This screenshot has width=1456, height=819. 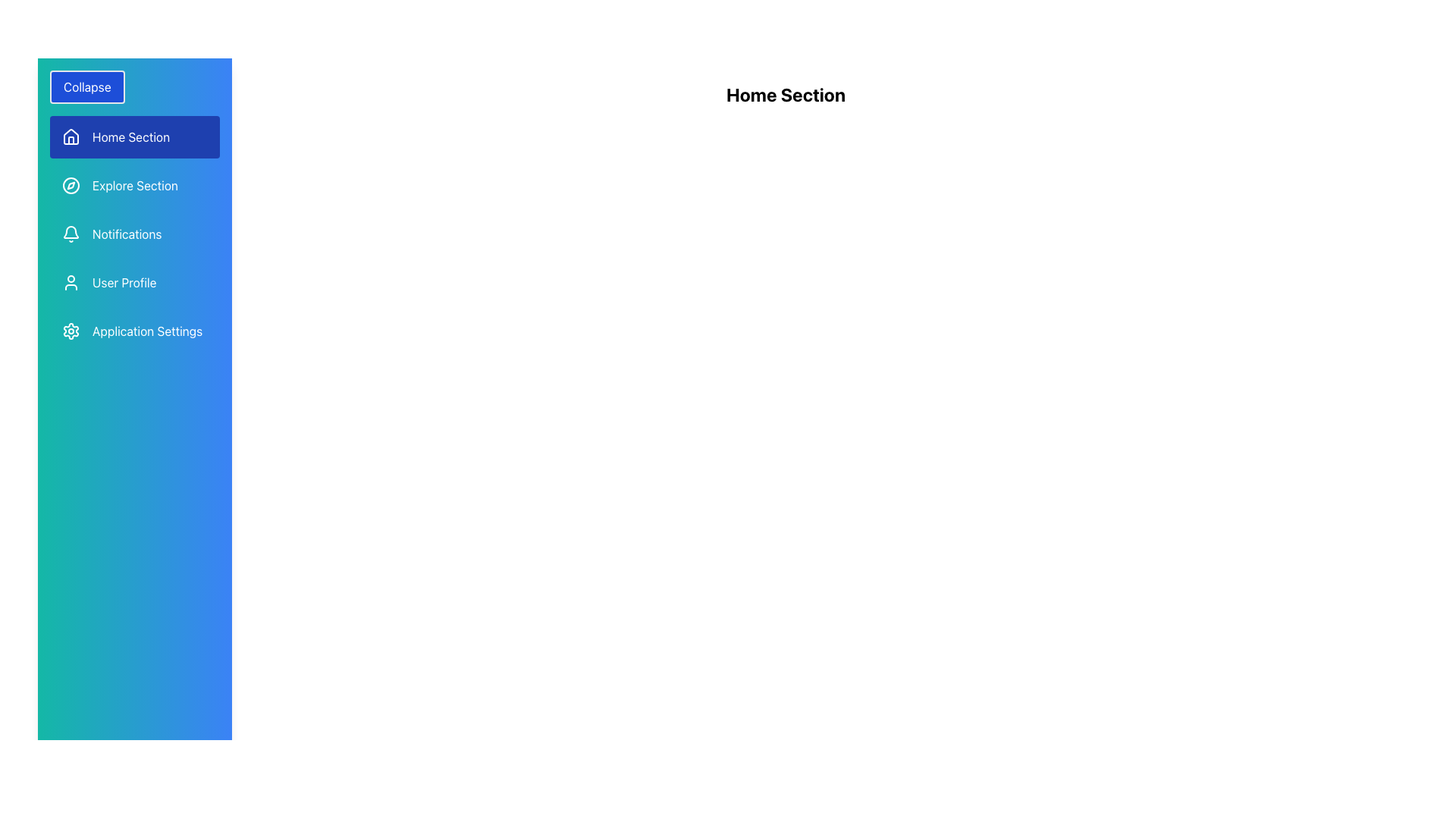 I want to click on the fourth item in the vertical list of menu elements that links to the user profile section of the application, so click(x=134, y=283).